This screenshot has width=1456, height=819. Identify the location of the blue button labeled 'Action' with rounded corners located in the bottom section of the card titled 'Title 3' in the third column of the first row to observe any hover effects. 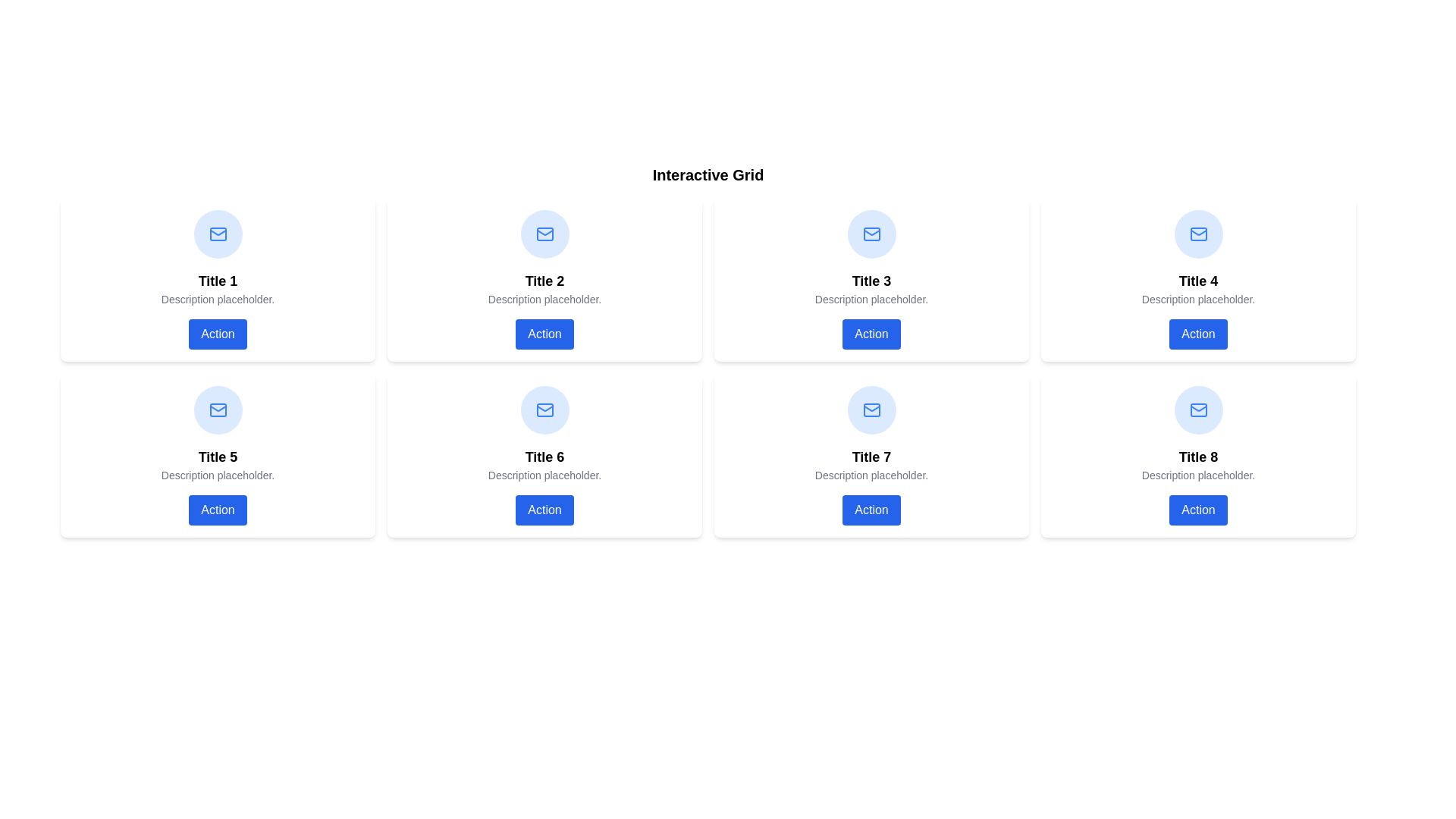
(871, 333).